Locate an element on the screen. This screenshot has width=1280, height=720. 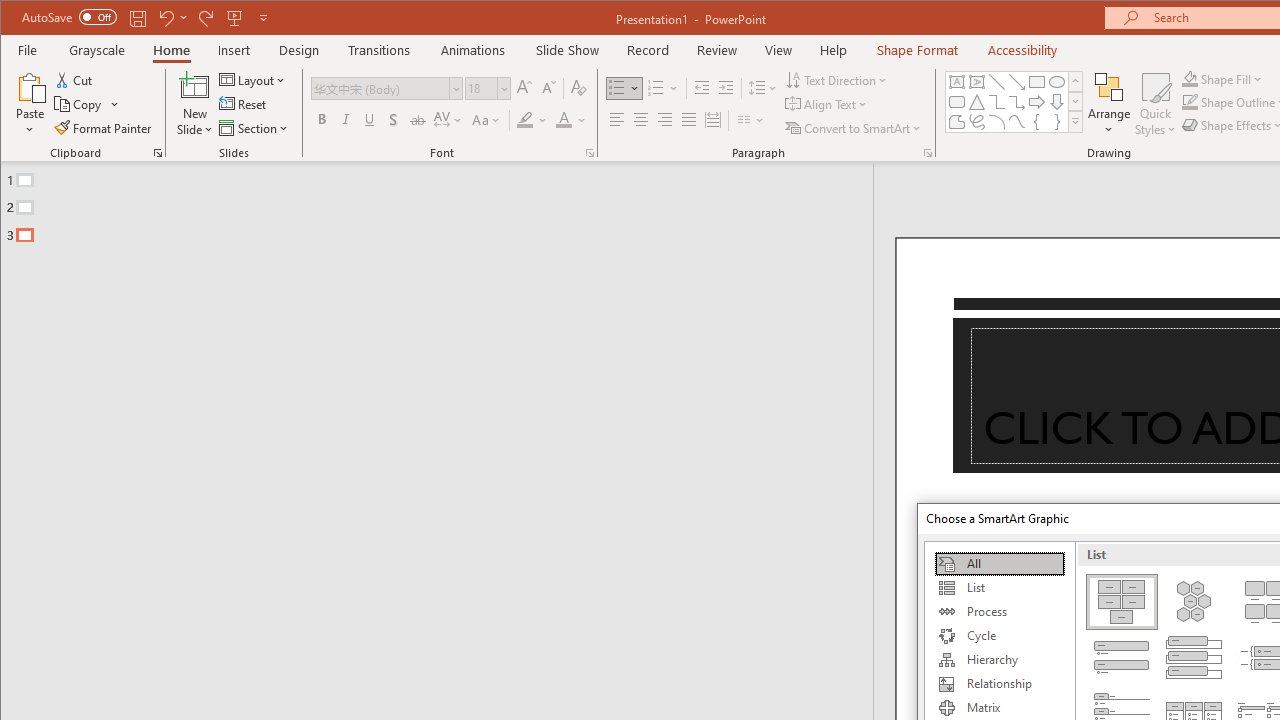
'Basic Block List' is located at coordinates (1121, 600).